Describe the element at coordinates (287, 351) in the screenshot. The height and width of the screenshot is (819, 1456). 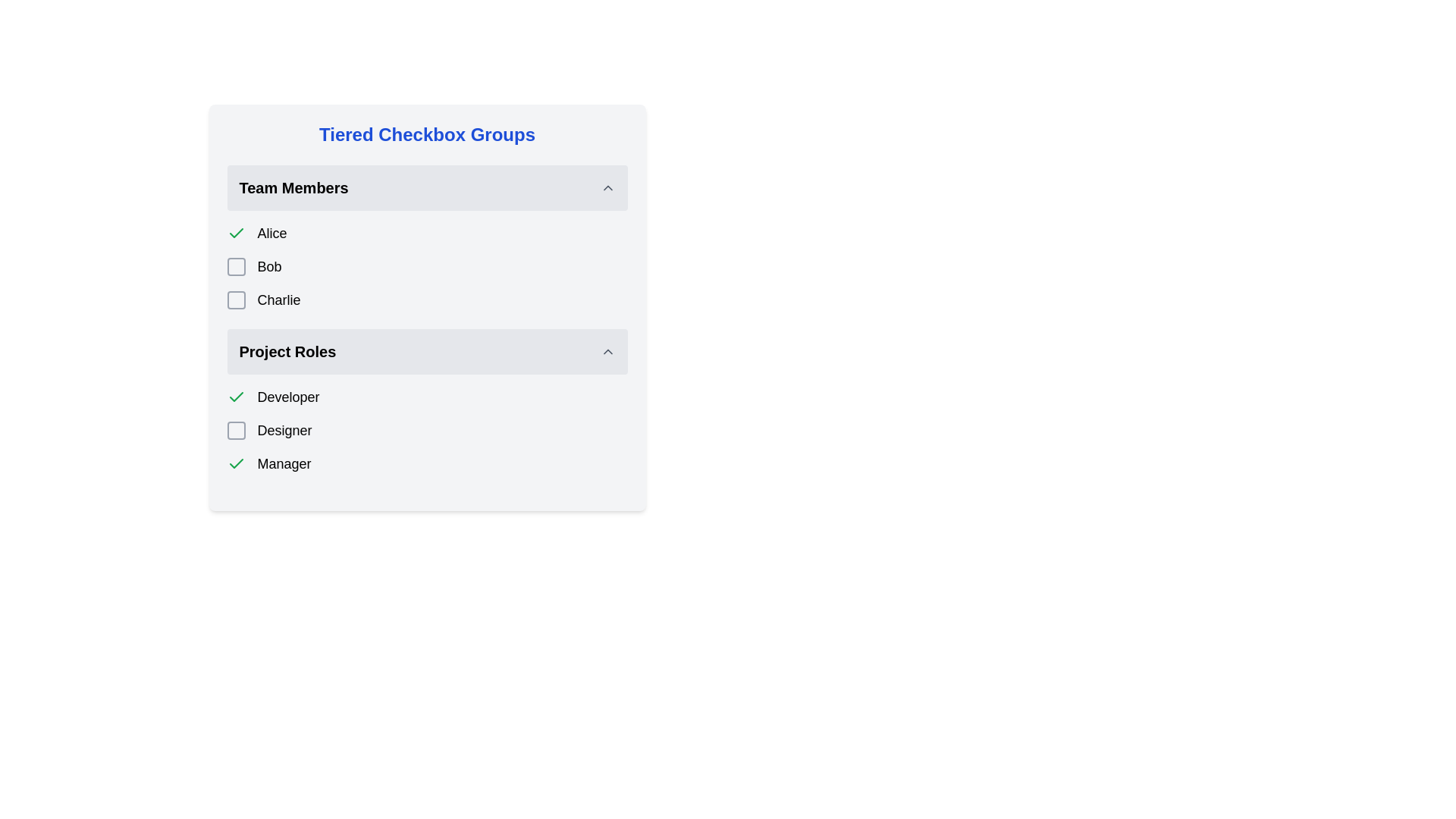
I see `the static text label that serves as a title for the collapsible section listing project roles, located centrally aligned in the 'Project Roles' section` at that location.